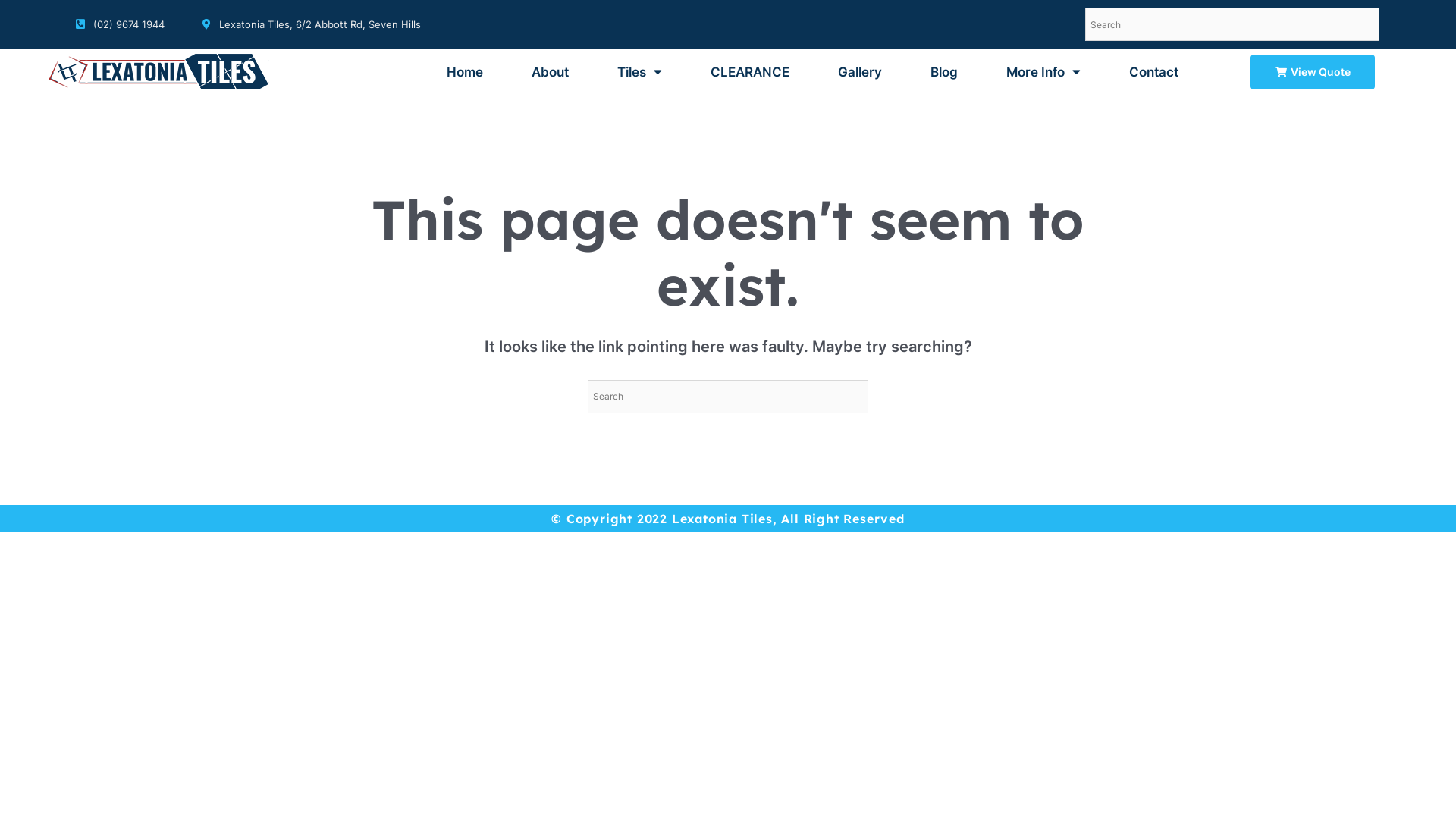 The image size is (1456, 819). What do you see at coordinates (943, 72) in the screenshot?
I see `'Blog'` at bounding box center [943, 72].